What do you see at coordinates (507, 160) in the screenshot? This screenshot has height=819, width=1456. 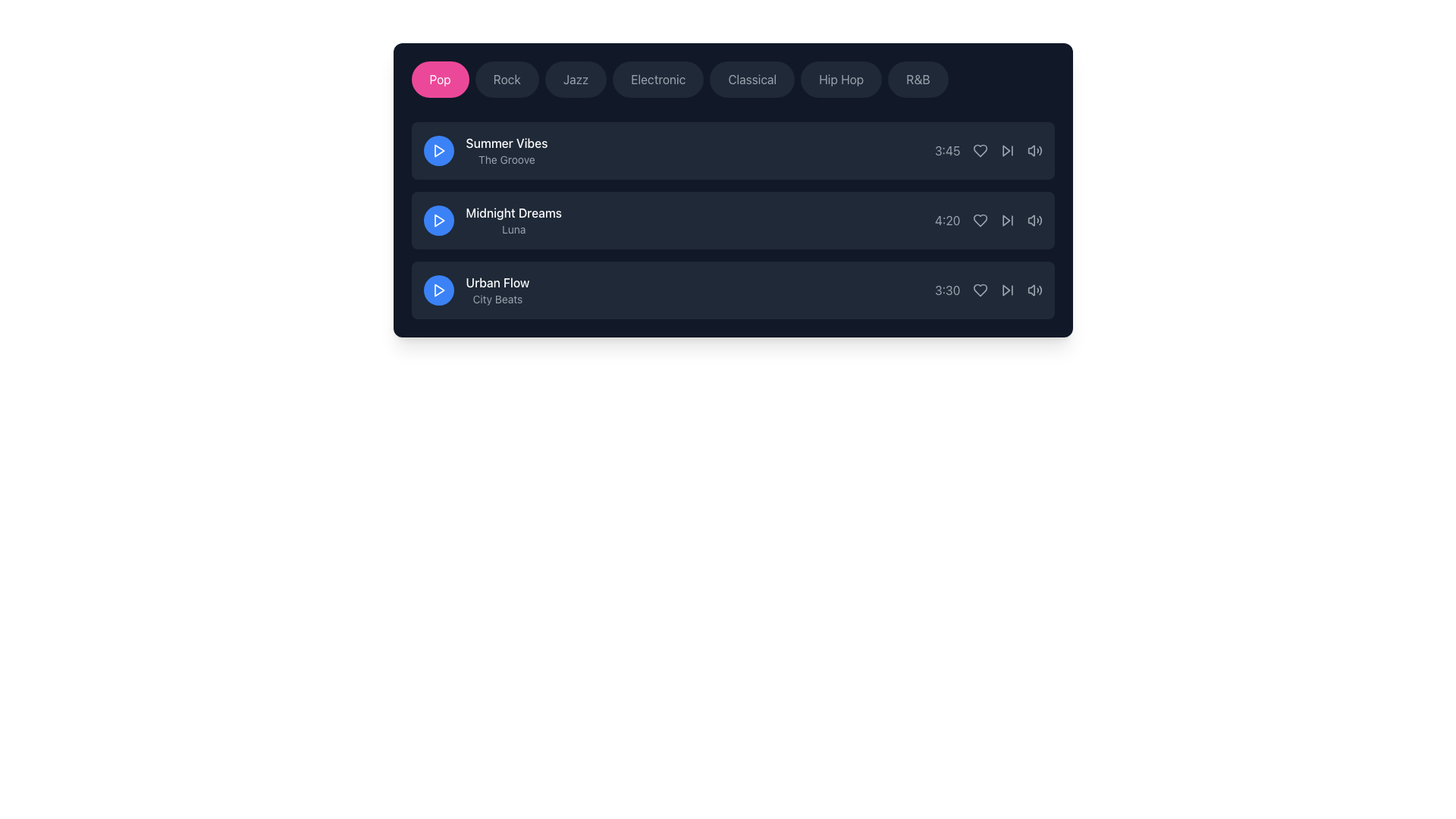 I see `the static label displaying 'The Groove' in gray color, which is located beneath 'Summer Vibes' in a dark-themed interface` at bounding box center [507, 160].